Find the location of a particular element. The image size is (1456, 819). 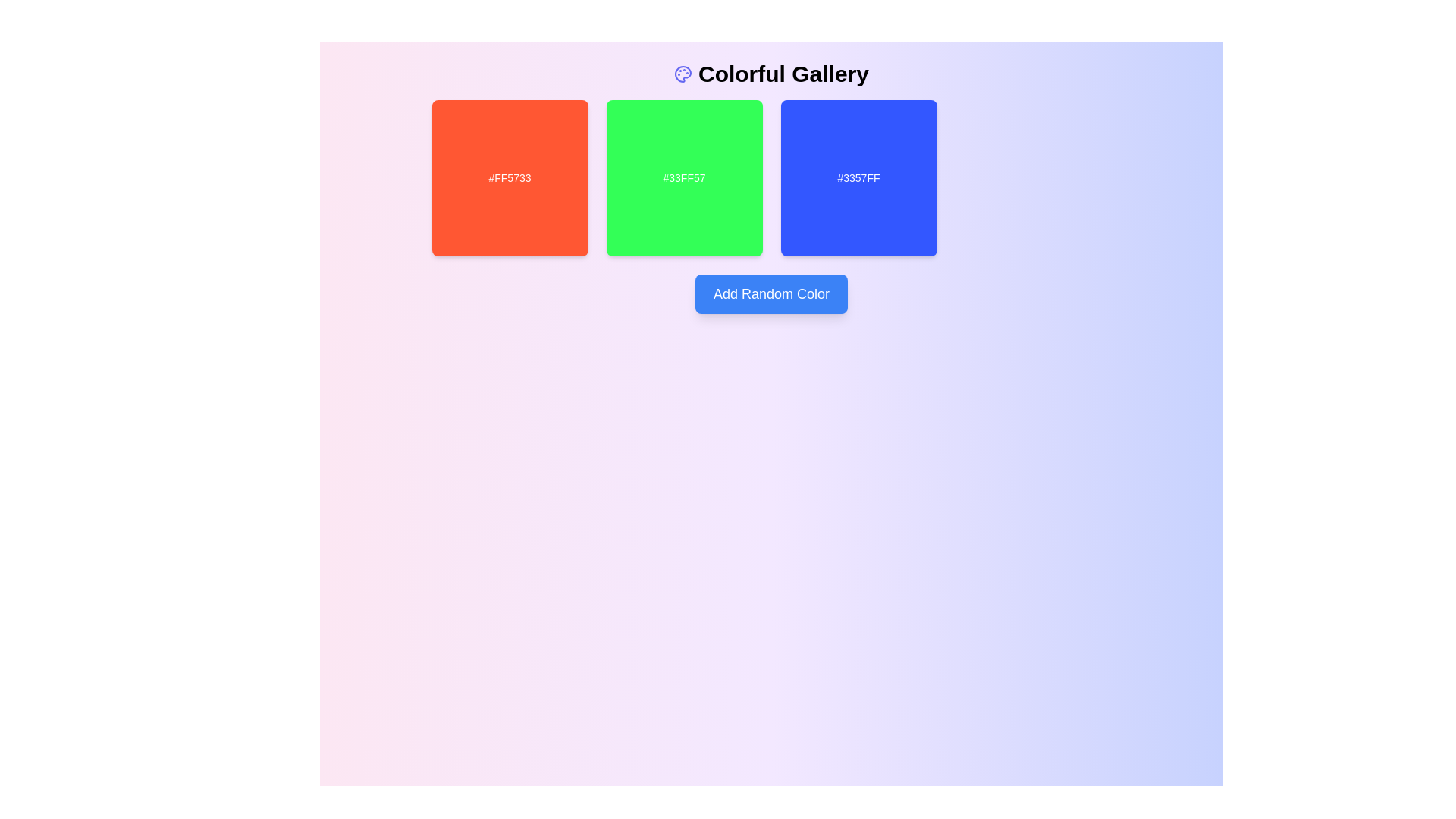

the text displaying '#33FF57' in a small, bold font, which is located in the central green square of a three-square layout is located at coordinates (683, 177).